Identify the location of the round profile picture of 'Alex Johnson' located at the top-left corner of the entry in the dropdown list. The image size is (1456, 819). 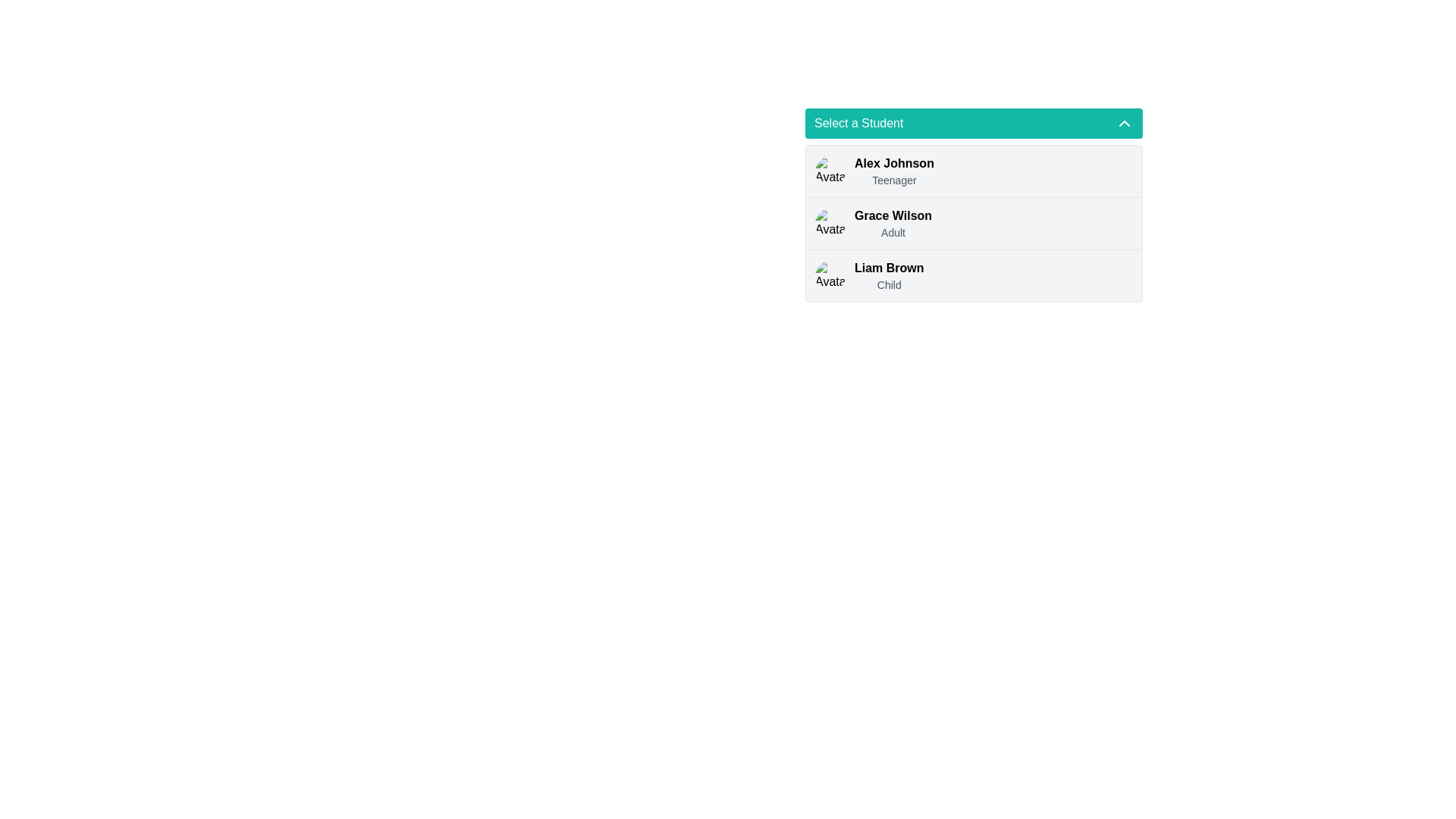
(829, 171).